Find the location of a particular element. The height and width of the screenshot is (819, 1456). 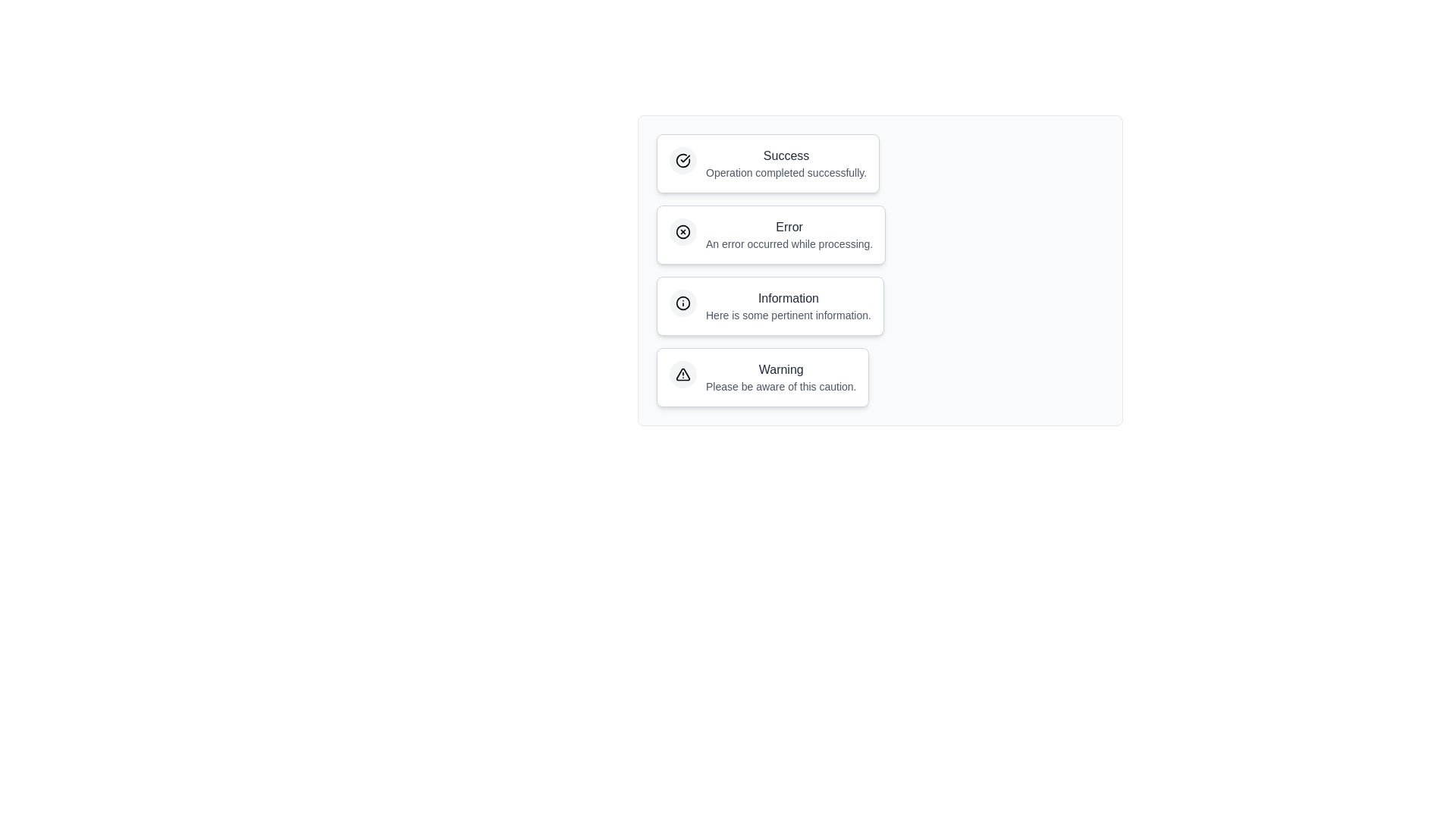

the icon within the notification chip corresponding to Warning is located at coordinates (682, 374).